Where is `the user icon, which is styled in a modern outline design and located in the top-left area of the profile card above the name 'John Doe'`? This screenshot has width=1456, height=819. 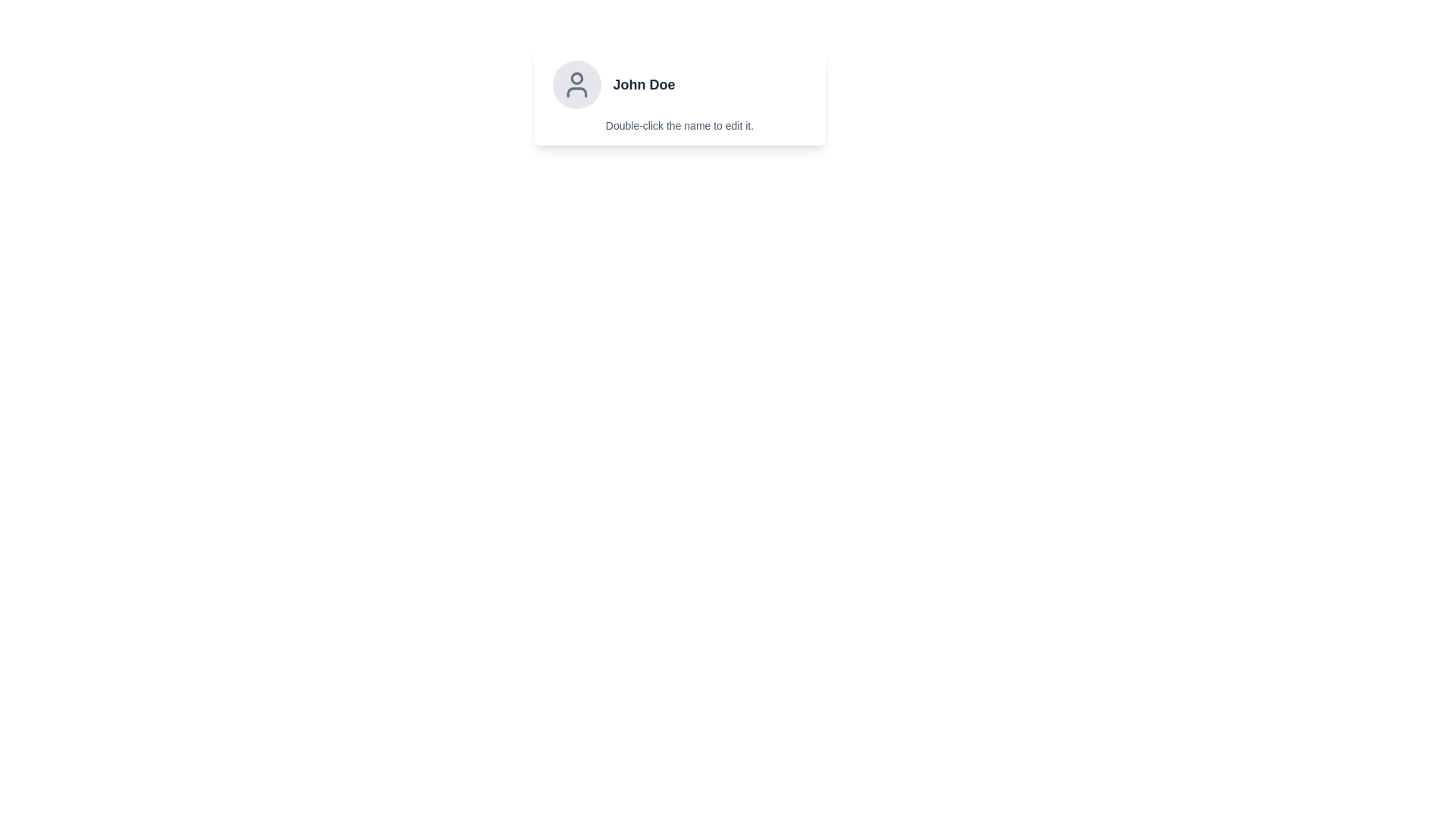
the user icon, which is styled in a modern outline design and located in the top-left area of the profile card above the name 'John Doe' is located at coordinates (576, 84).